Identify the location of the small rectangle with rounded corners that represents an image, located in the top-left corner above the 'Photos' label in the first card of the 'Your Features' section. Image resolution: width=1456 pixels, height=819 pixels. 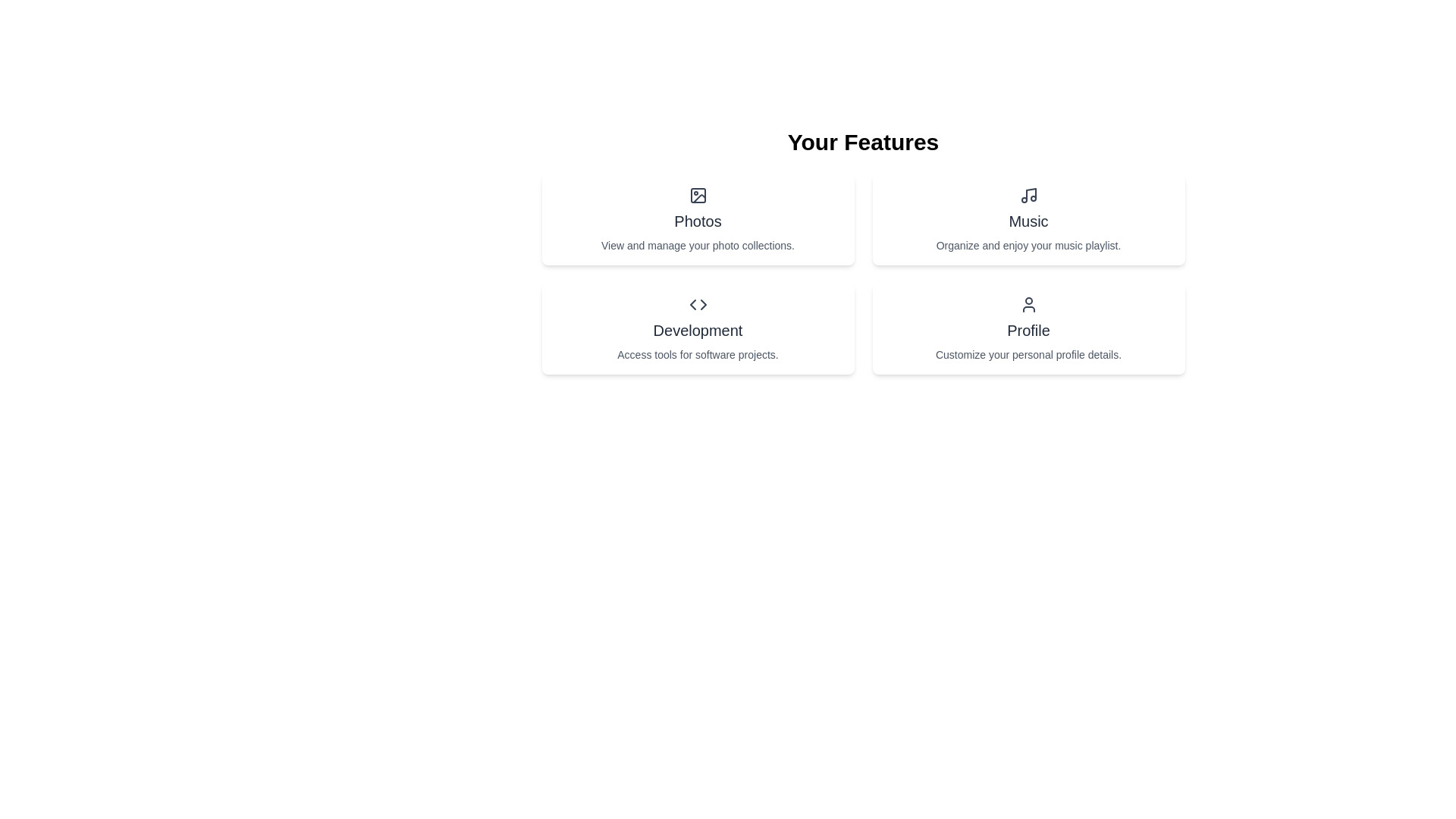
(697, 195).